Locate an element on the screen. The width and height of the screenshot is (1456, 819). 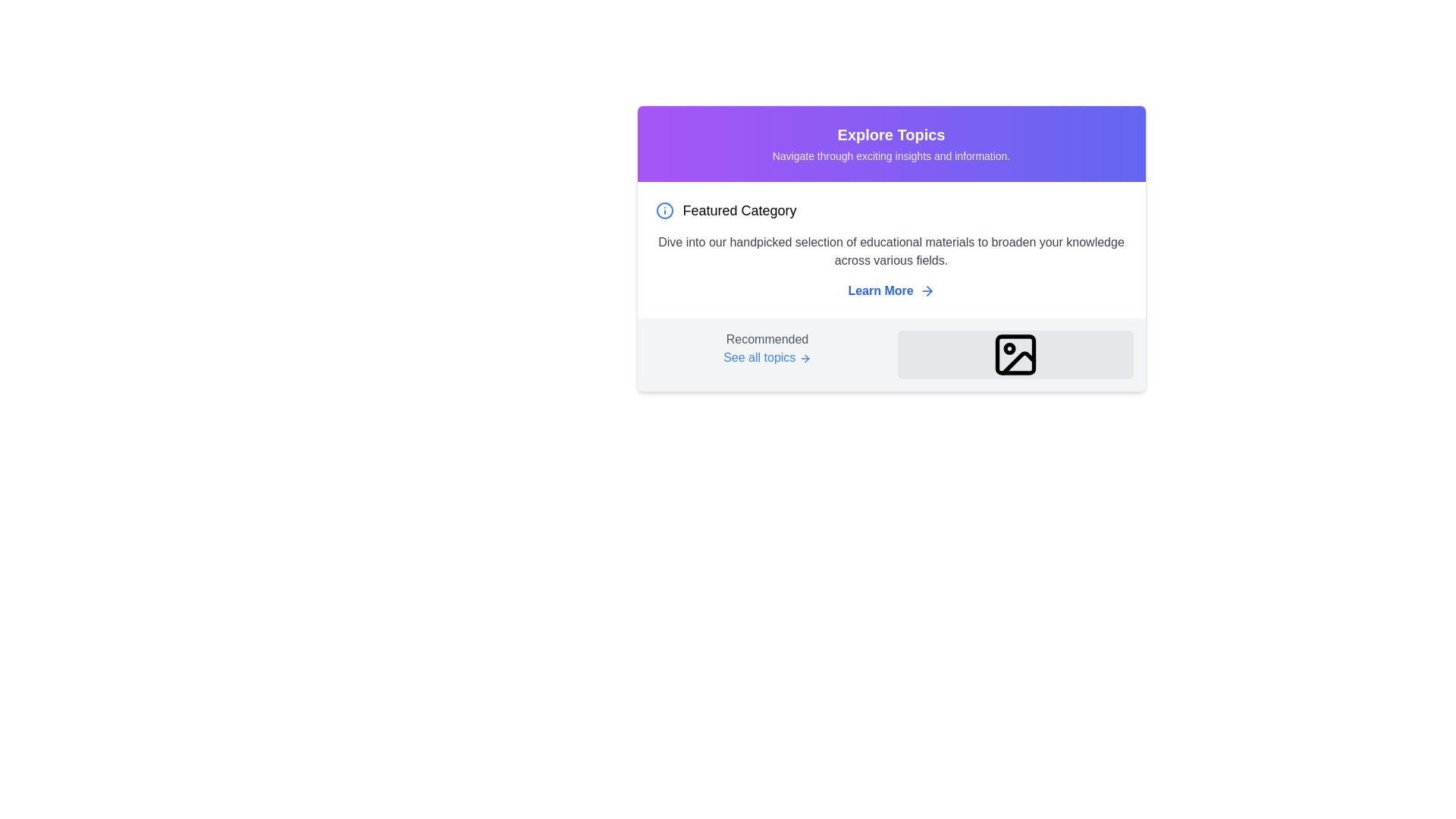
the decorative icon located in the lower-right corner of the 'Recommended' section, which serves as a placeholder or visual representation is located at coordinates (1015, 354).